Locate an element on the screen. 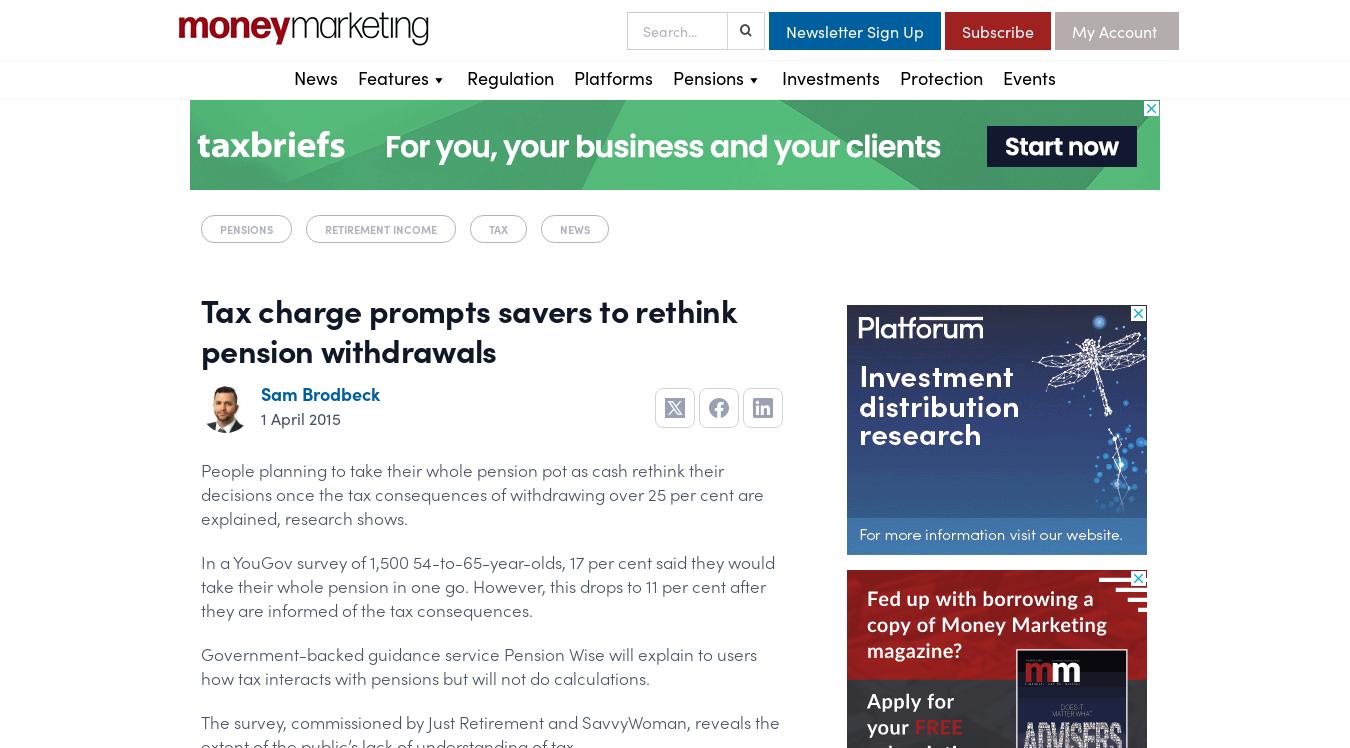 This screenshot has width=1350, height=748. 'MM Meets' is located at coordinates (397, 221).